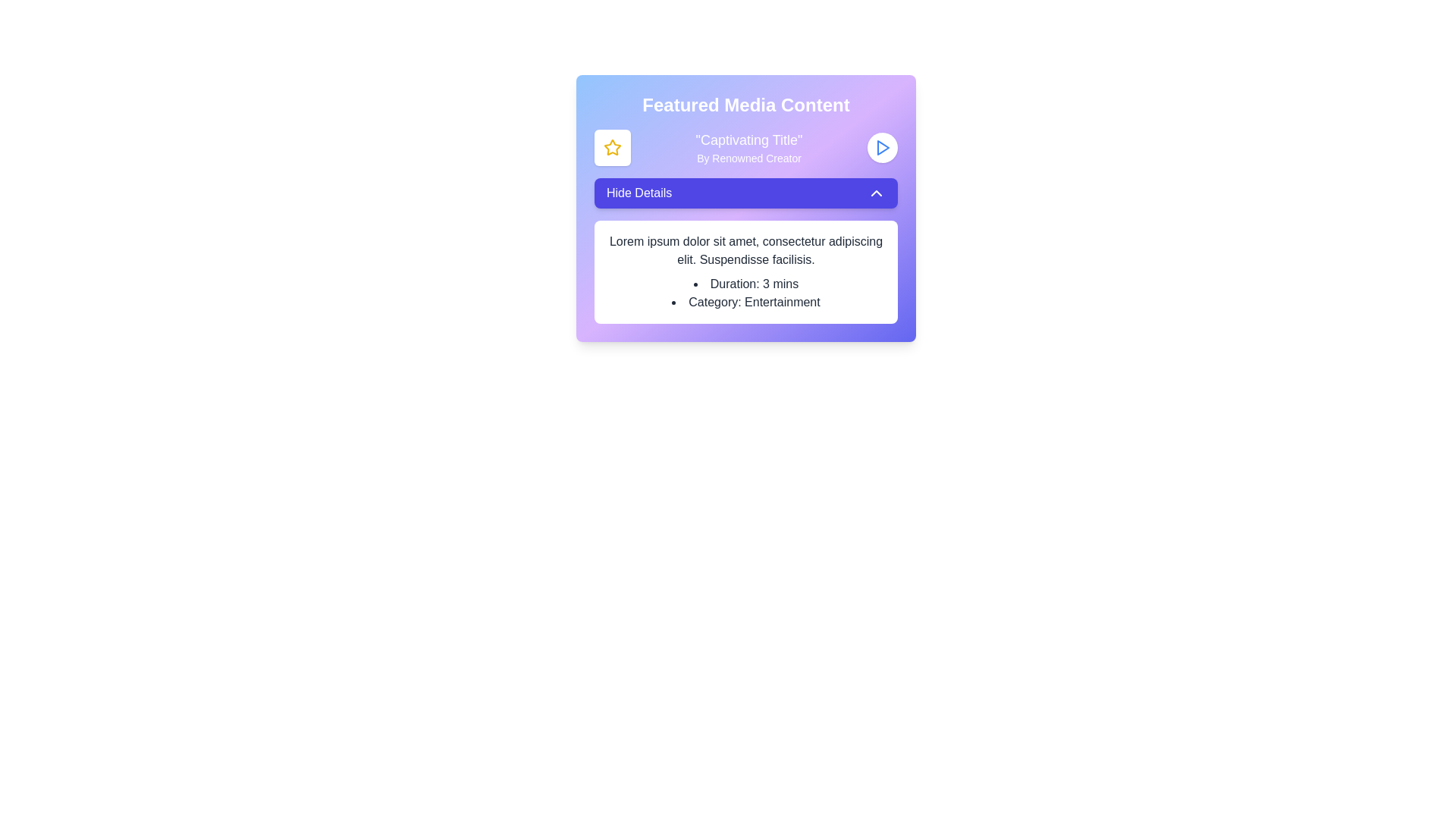  Describe the element at coordinates (882, 148) in the screenshot. I see `the circular button with a white background and a blue play icon` at that location.